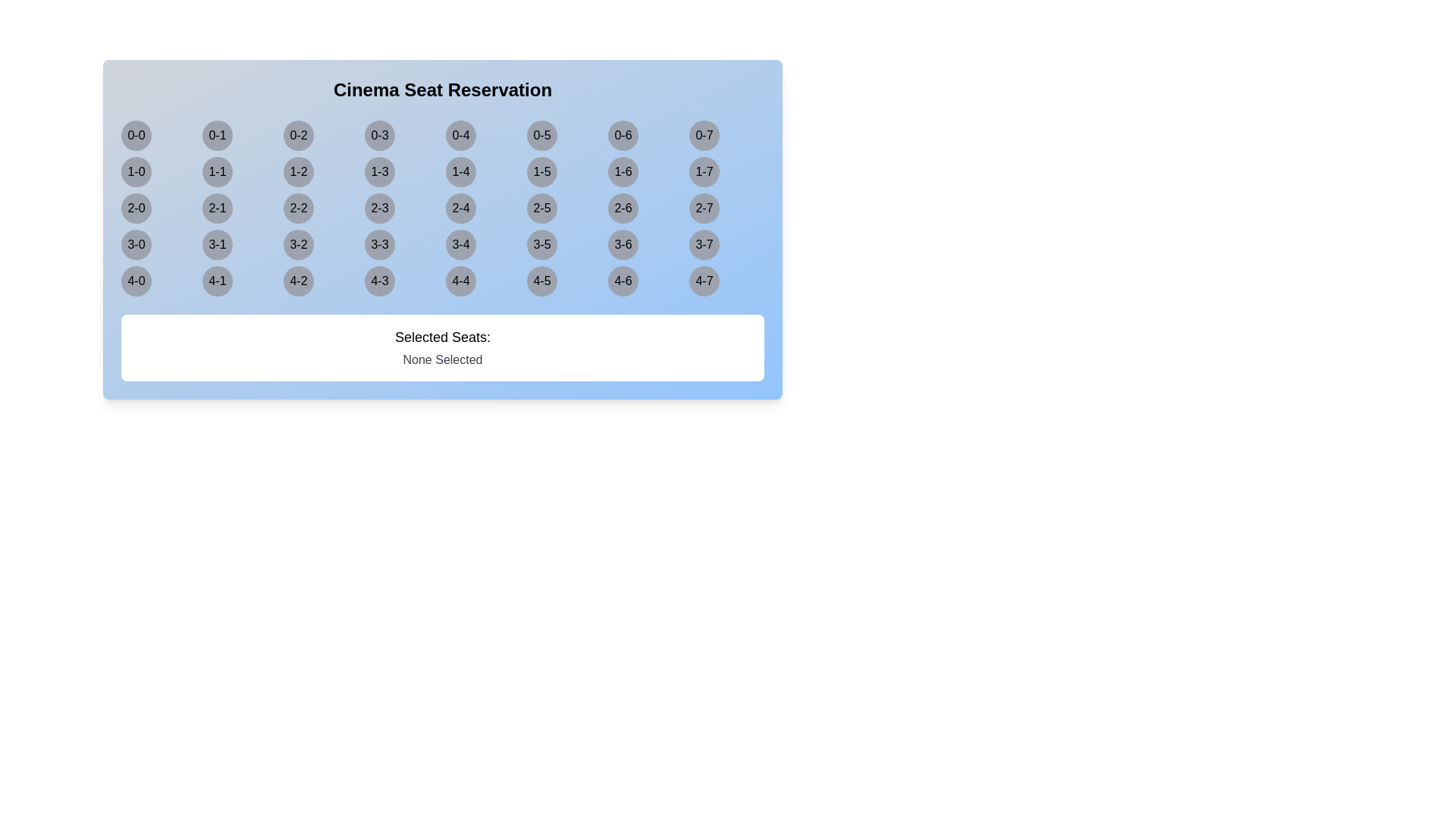 Image resolution: width=1456 pixels, height=819 pixels. I want to click on the button labeled '2-3' in the cinema seat reservation interface, so click(379, 208).